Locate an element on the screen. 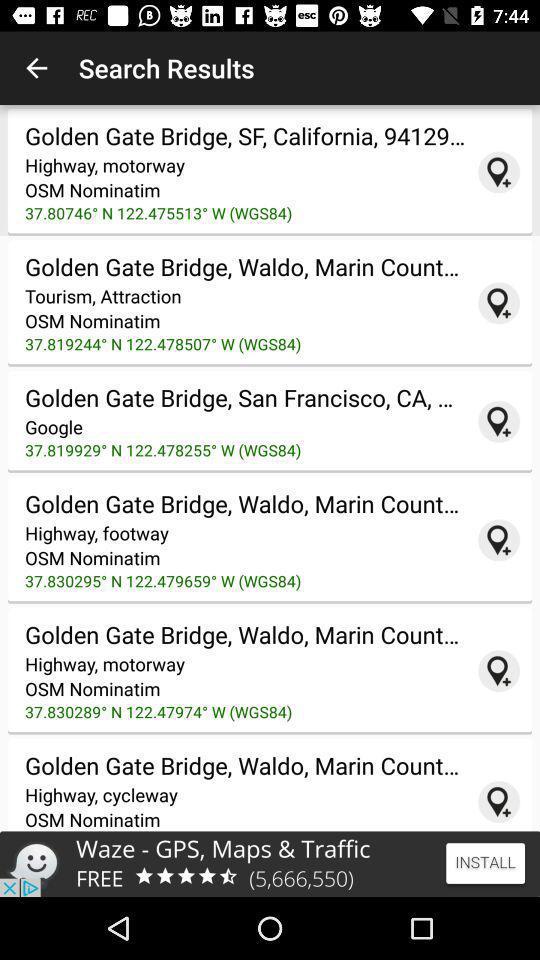 Image resolution: width=540 pixels, height=960 pixels. to map is located at coordinates (498, 421).